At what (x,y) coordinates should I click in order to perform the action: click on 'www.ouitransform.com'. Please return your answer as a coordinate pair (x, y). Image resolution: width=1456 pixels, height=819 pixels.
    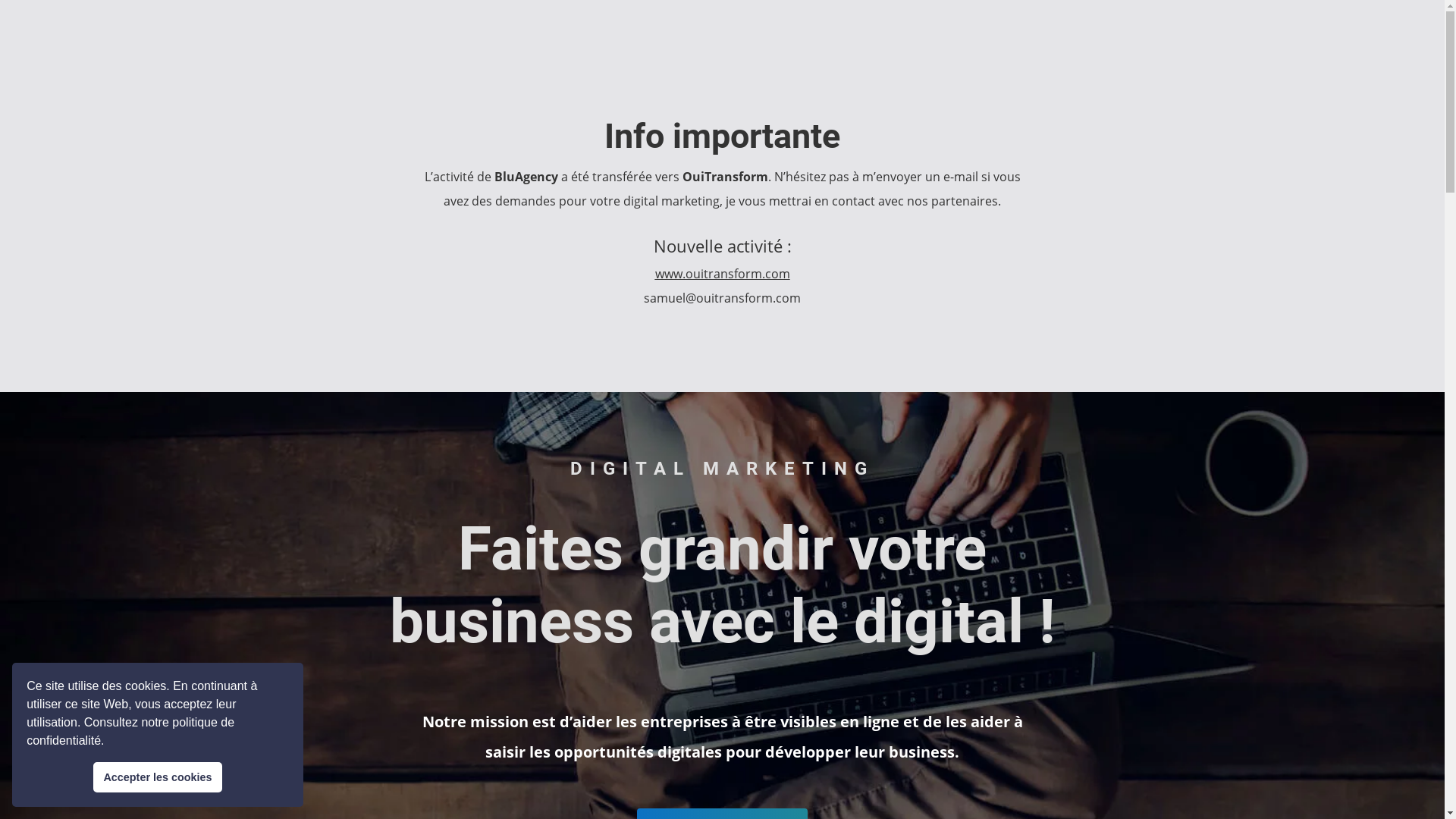
    Looking at the image, I should click on (722, 274).